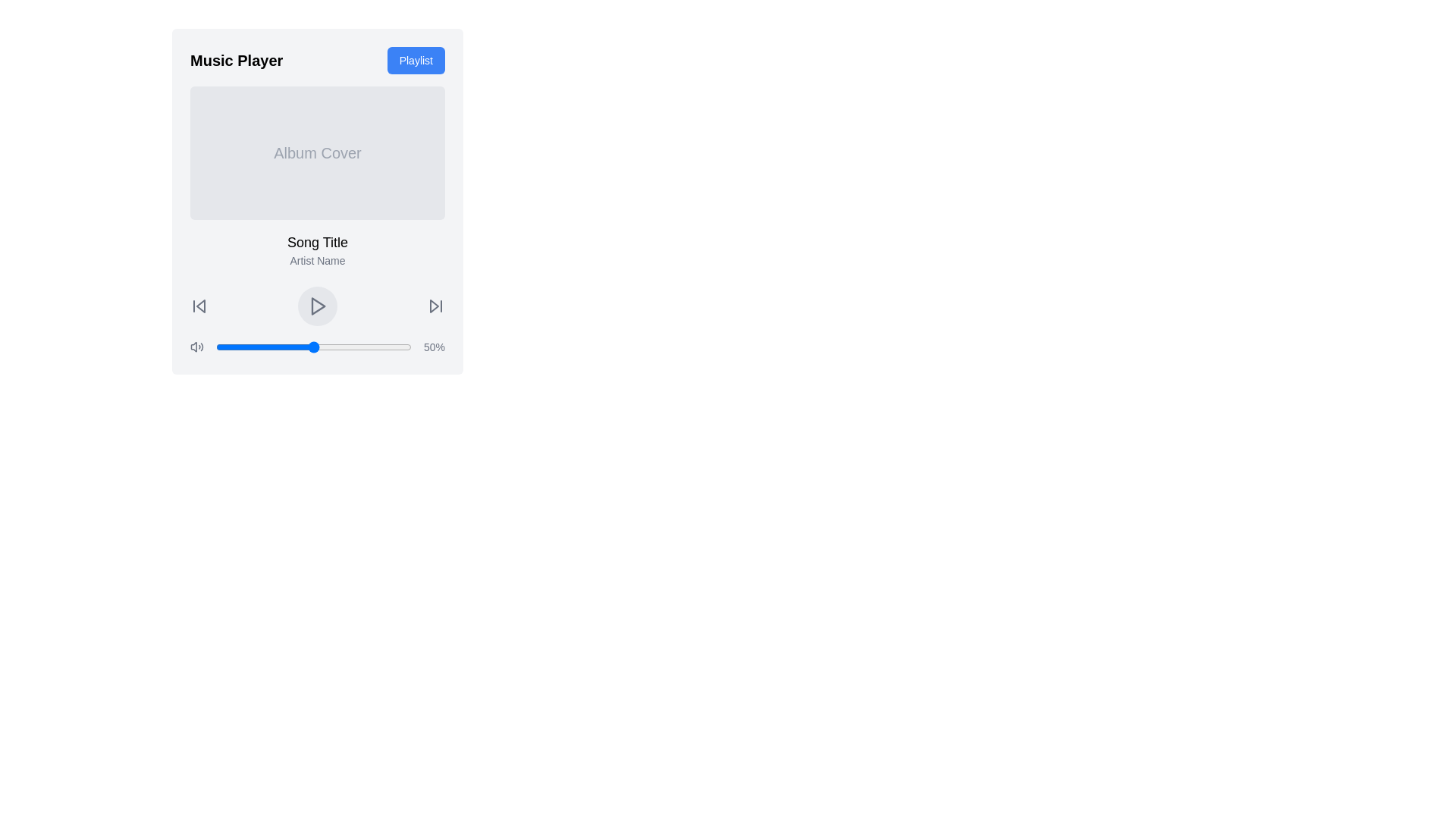 The image size is (1456, 819). Describe the element at coordinates (416, 60) in the screenshot. I see `the 'Playlist' button located in the top-right corner of the interface` at that location.